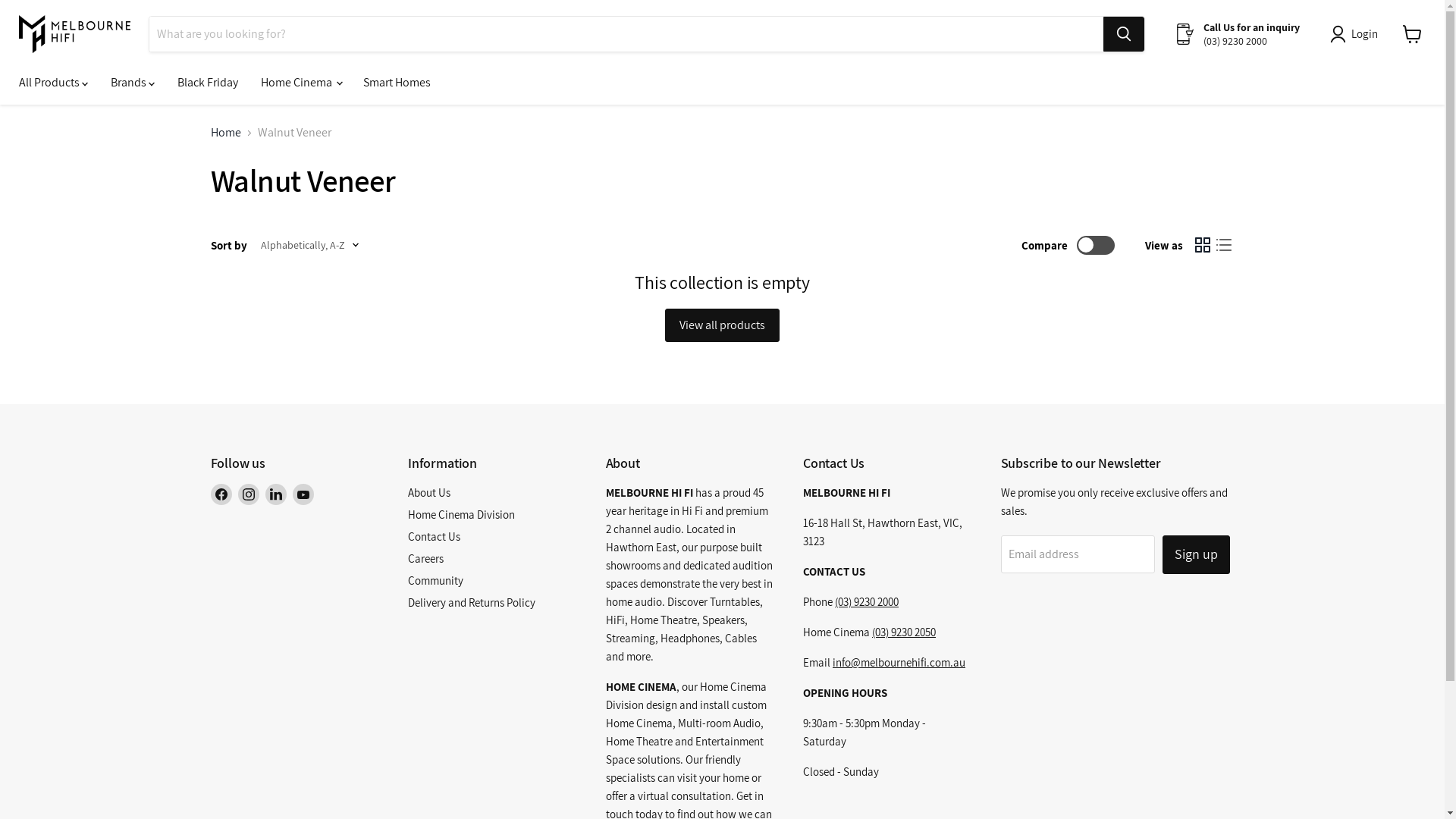 This screenshot has height=819, width=1456. Describe the element at coordinates (435, 580) in the screenshot. I see `'Community'` at that location.